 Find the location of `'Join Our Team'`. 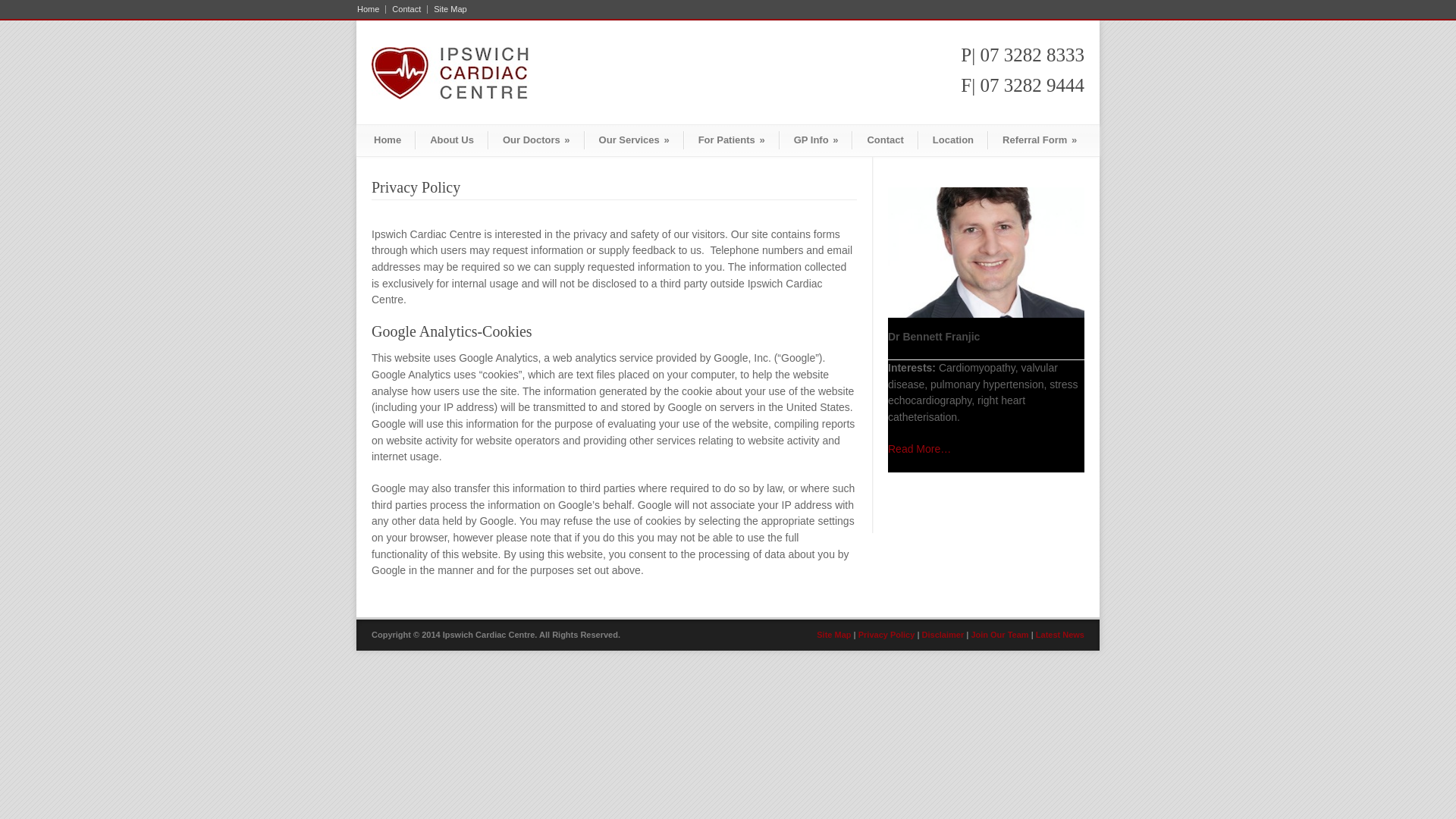

'Join Our Team' is located at coordinates (999, 635).